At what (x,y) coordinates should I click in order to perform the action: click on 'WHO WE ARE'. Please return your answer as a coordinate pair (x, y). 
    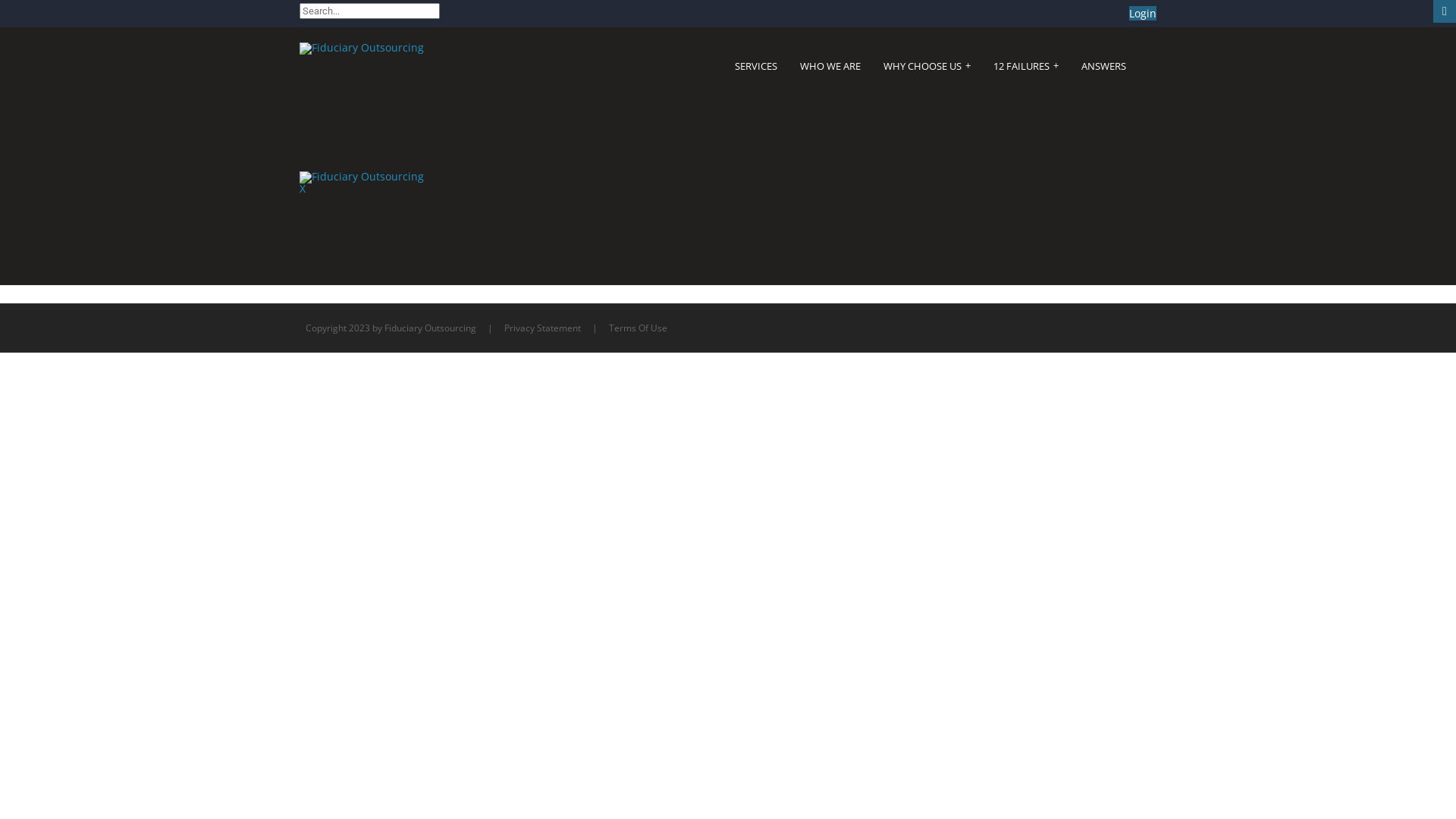
    Looking at the image, I should click on (829, 65).